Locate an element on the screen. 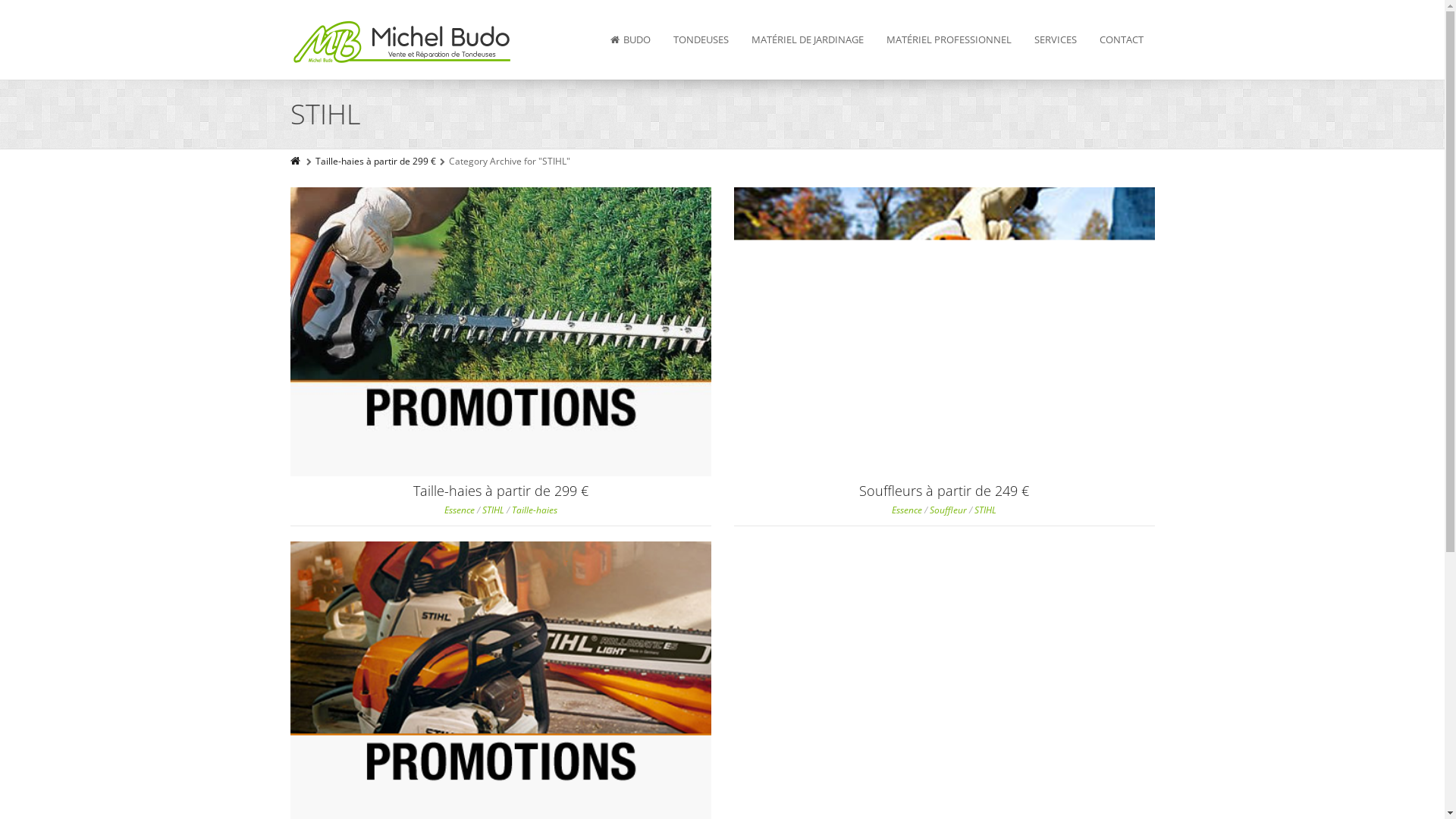 This screenshot has height=819, width=1456. 'Essence' is located at coordinates (892, 510).